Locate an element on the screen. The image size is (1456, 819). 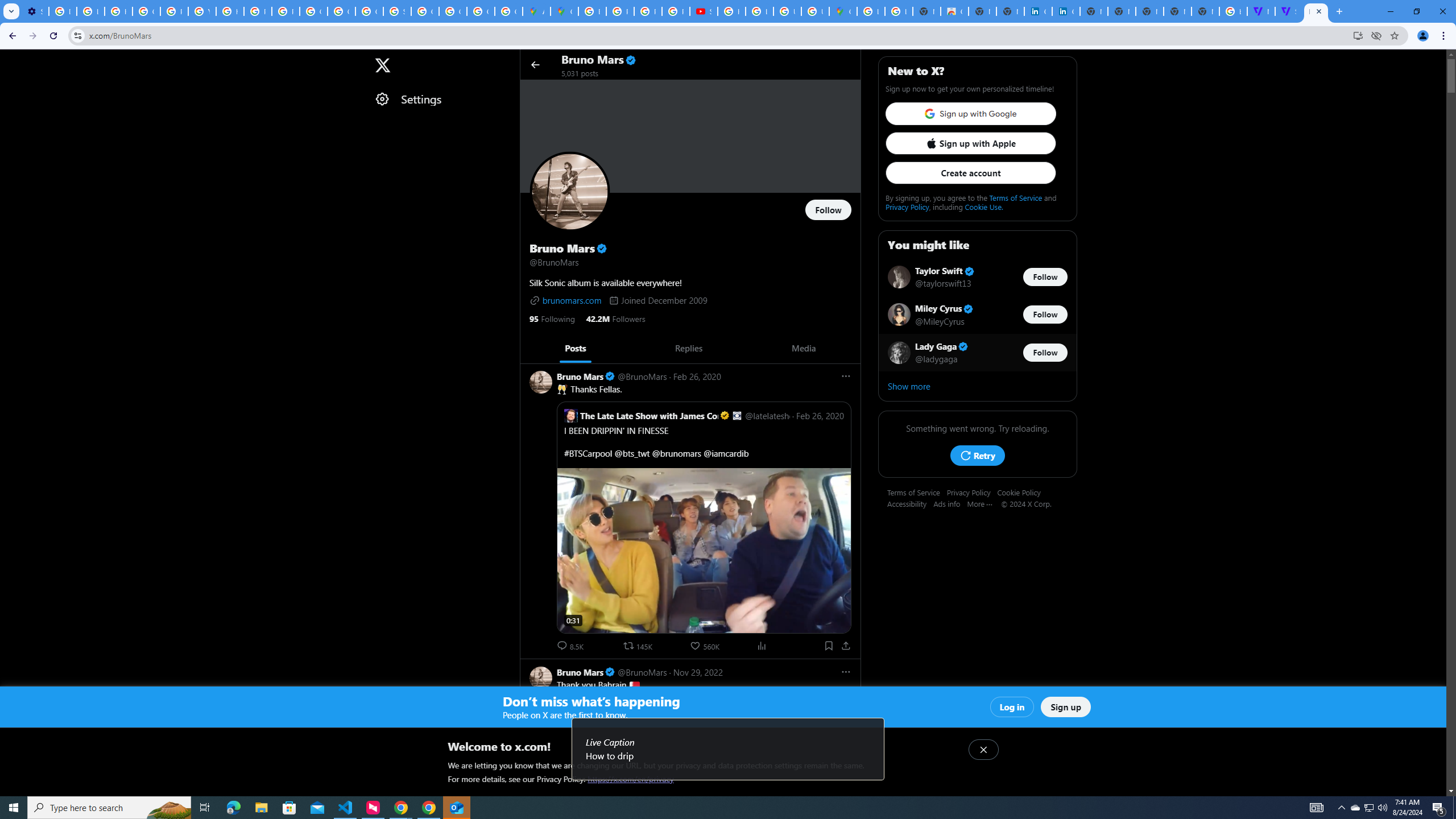
'@MileyCyrus' is located at coordinates (939, 320).